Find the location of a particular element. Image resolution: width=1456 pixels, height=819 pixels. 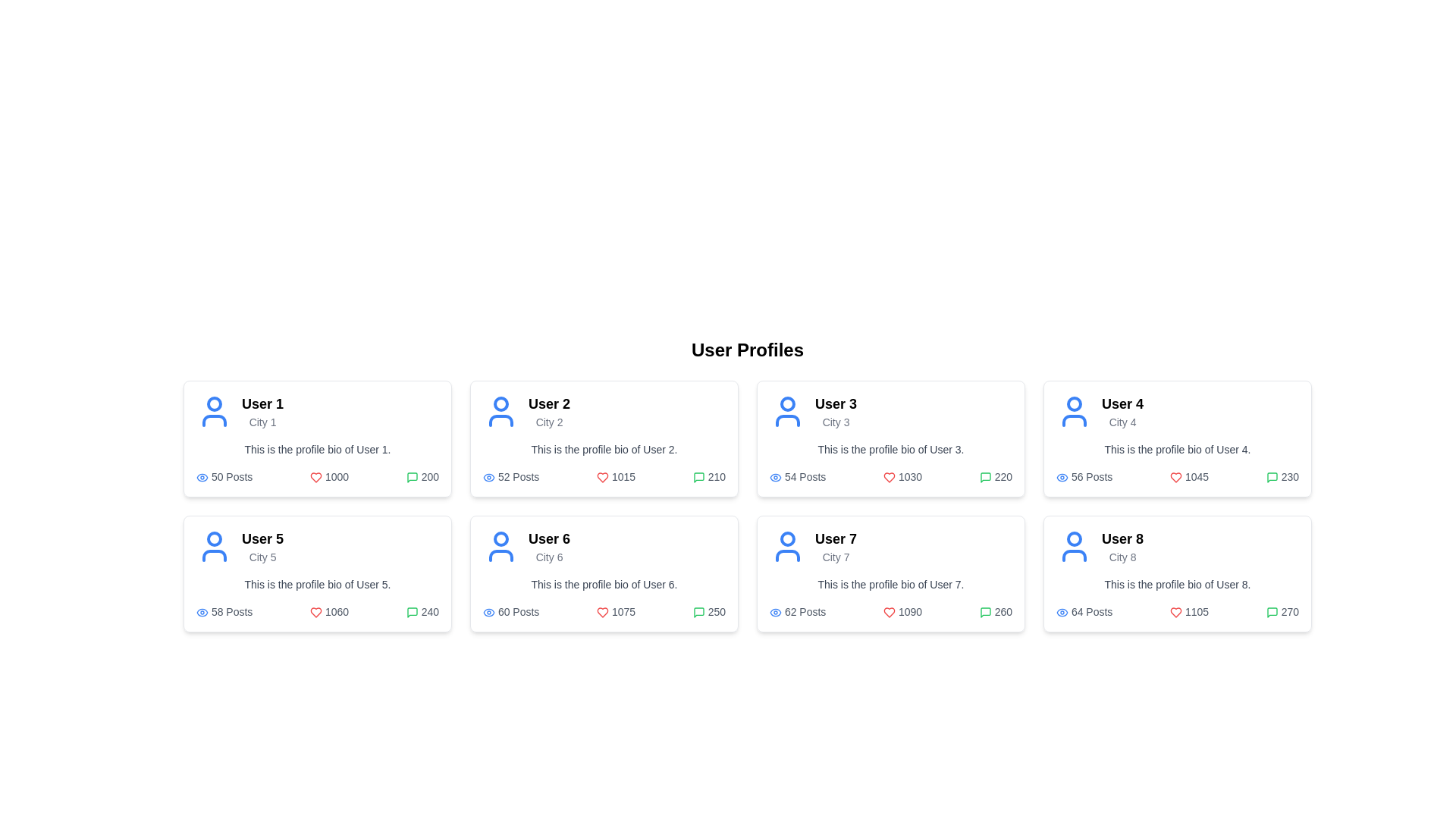

the small eye-shaped icon with a blue outline located to the left of the text '52 Posts' in the second profile card of User 2 is located at coordinates (488, 476).